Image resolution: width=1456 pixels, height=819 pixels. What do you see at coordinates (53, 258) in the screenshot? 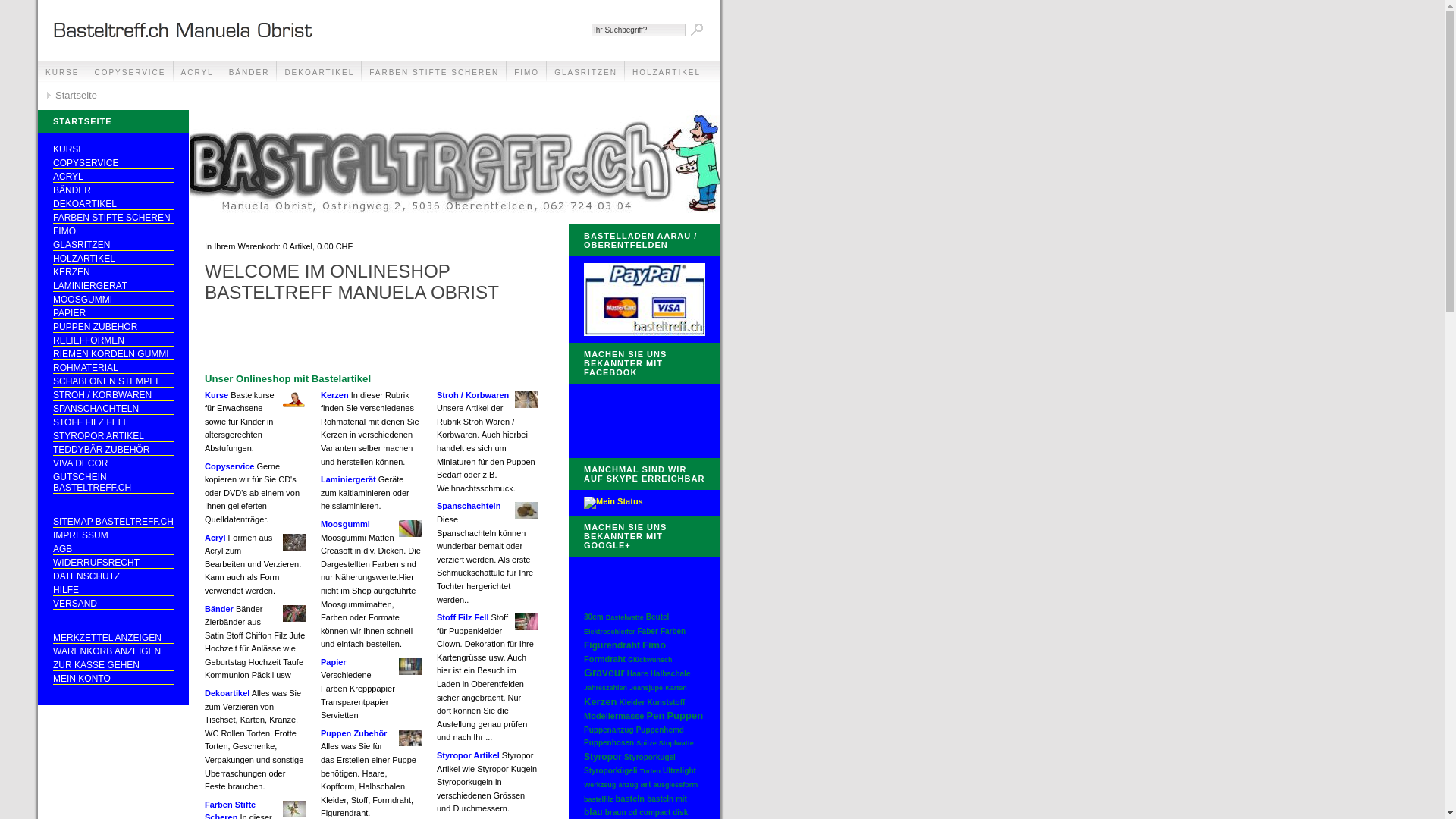
I see `'HOLZARTIKEL'` at bounding box center [53, 258].